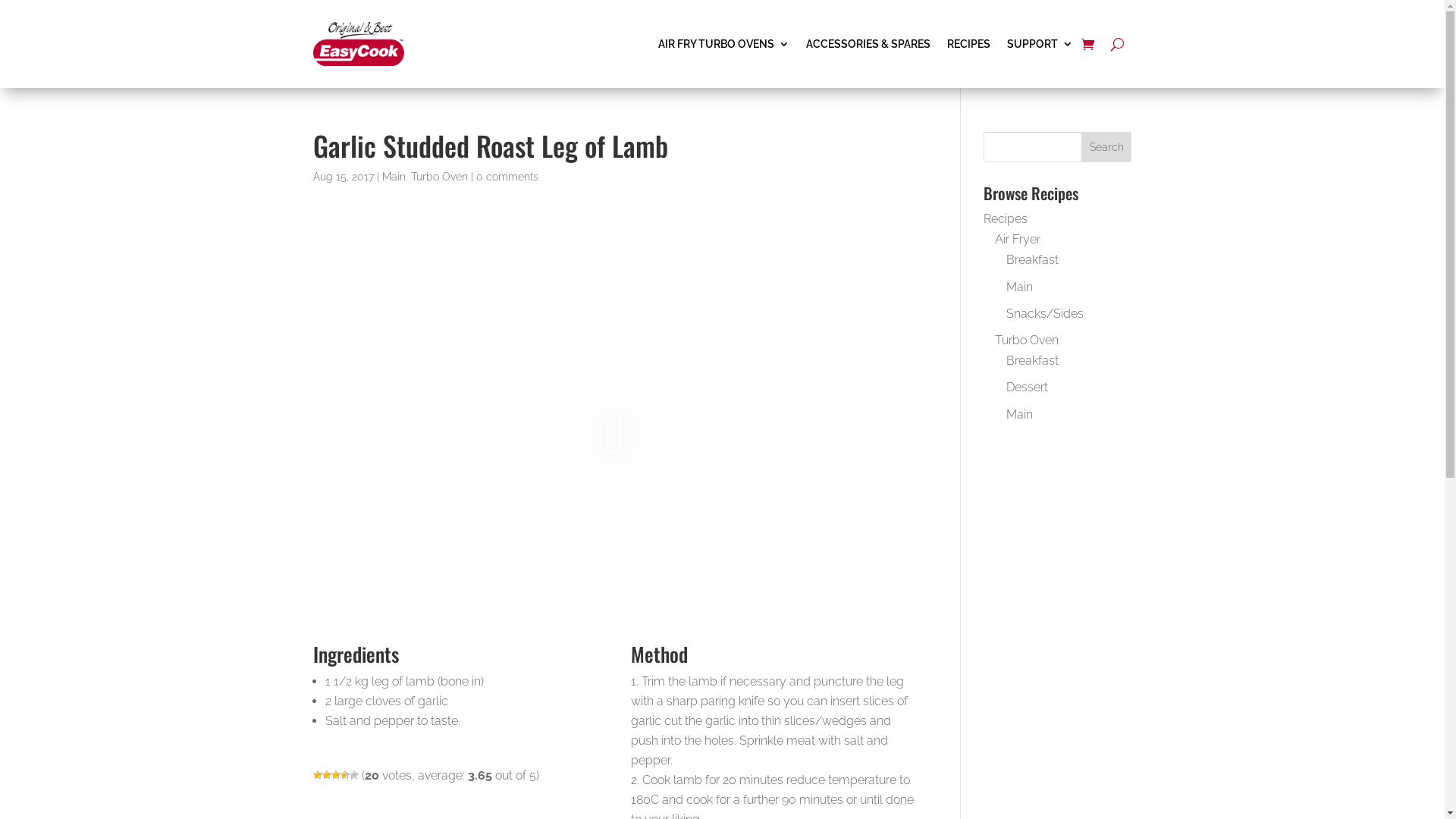 Image resolution: width=1456 pixels, height=819 pixels. Describe the element at coordinates (1031, 259) in the screenshot. I see `'Breakfast'` at that location.